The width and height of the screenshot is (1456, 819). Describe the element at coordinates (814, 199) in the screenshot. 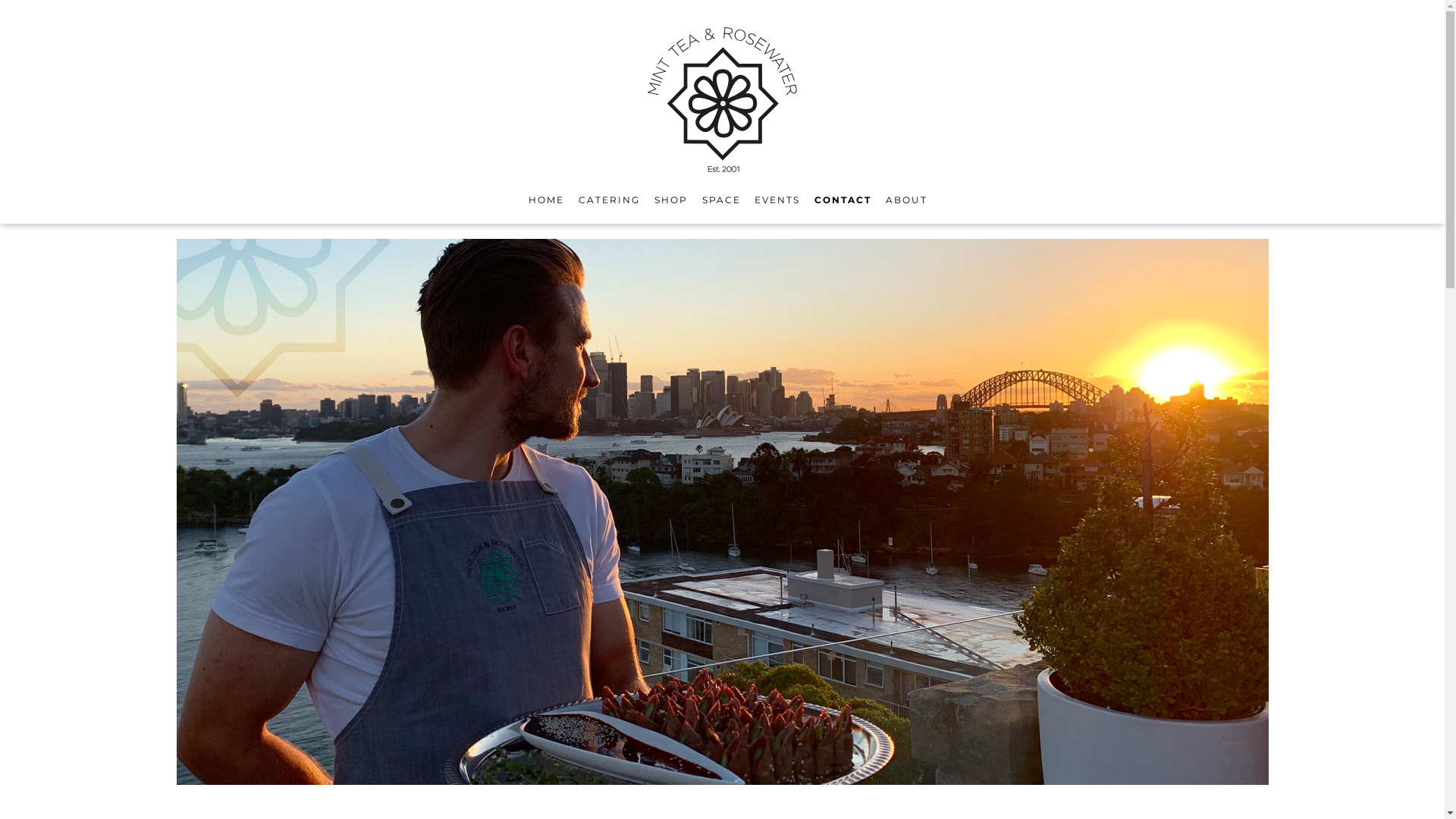

I see `'CONTACT'` at that location.